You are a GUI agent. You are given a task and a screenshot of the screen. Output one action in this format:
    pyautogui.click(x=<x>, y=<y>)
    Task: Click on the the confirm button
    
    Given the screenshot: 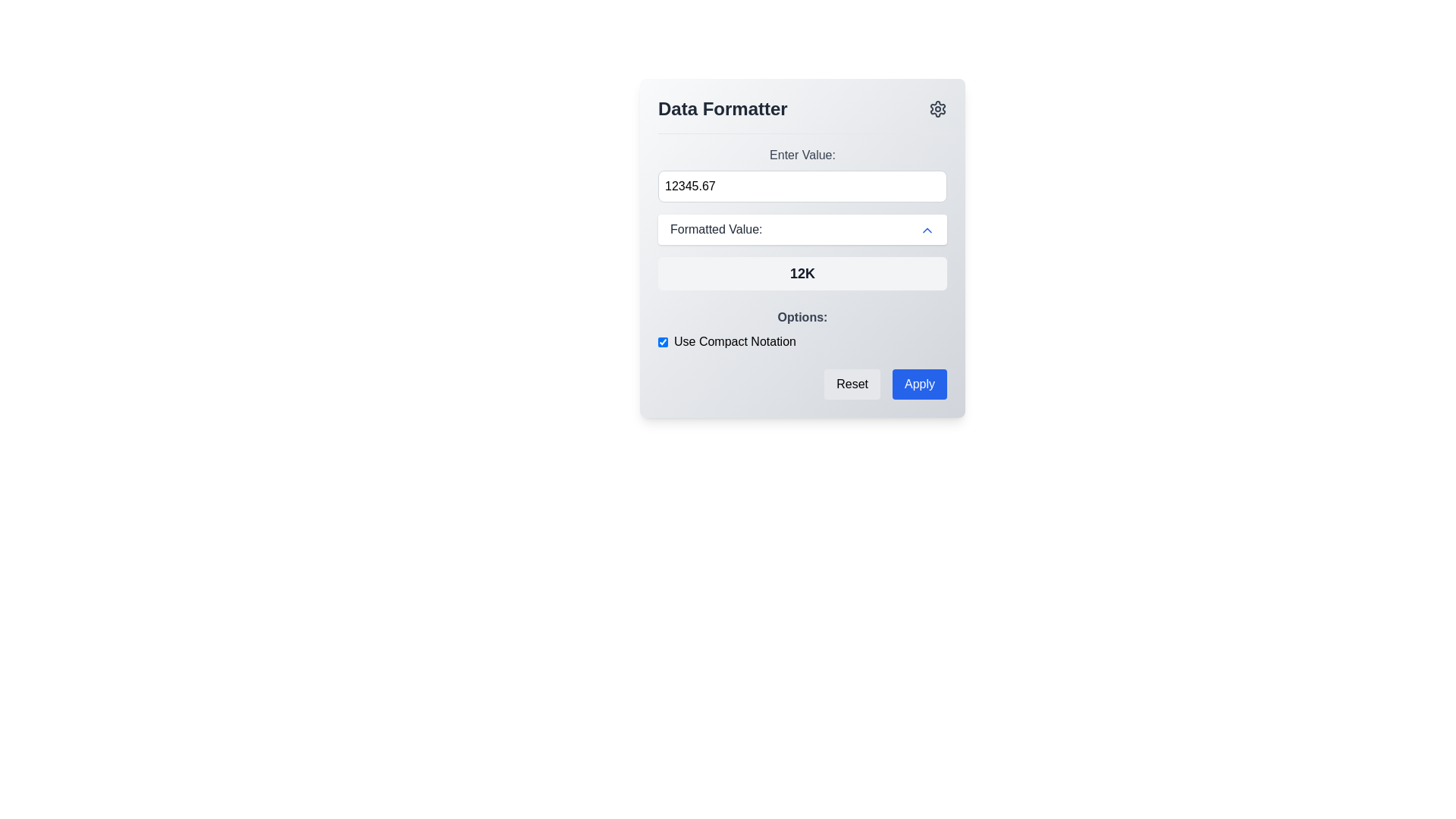 What is the action you would take?
    pyautogui.click(x=919, y=383)
    